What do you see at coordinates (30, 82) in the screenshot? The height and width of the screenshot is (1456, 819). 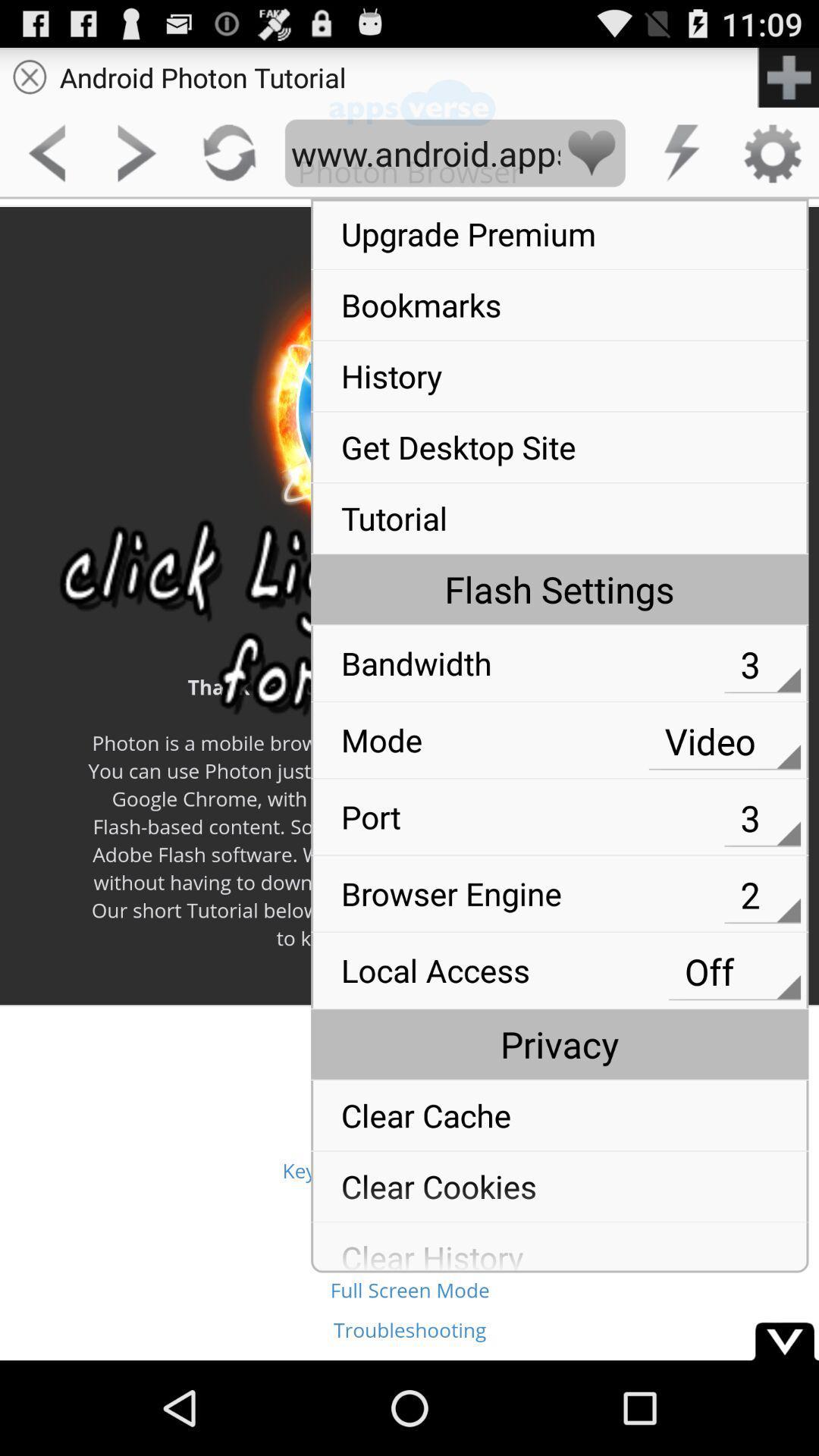 I see `the close icon` at bounding box center [30, 82].